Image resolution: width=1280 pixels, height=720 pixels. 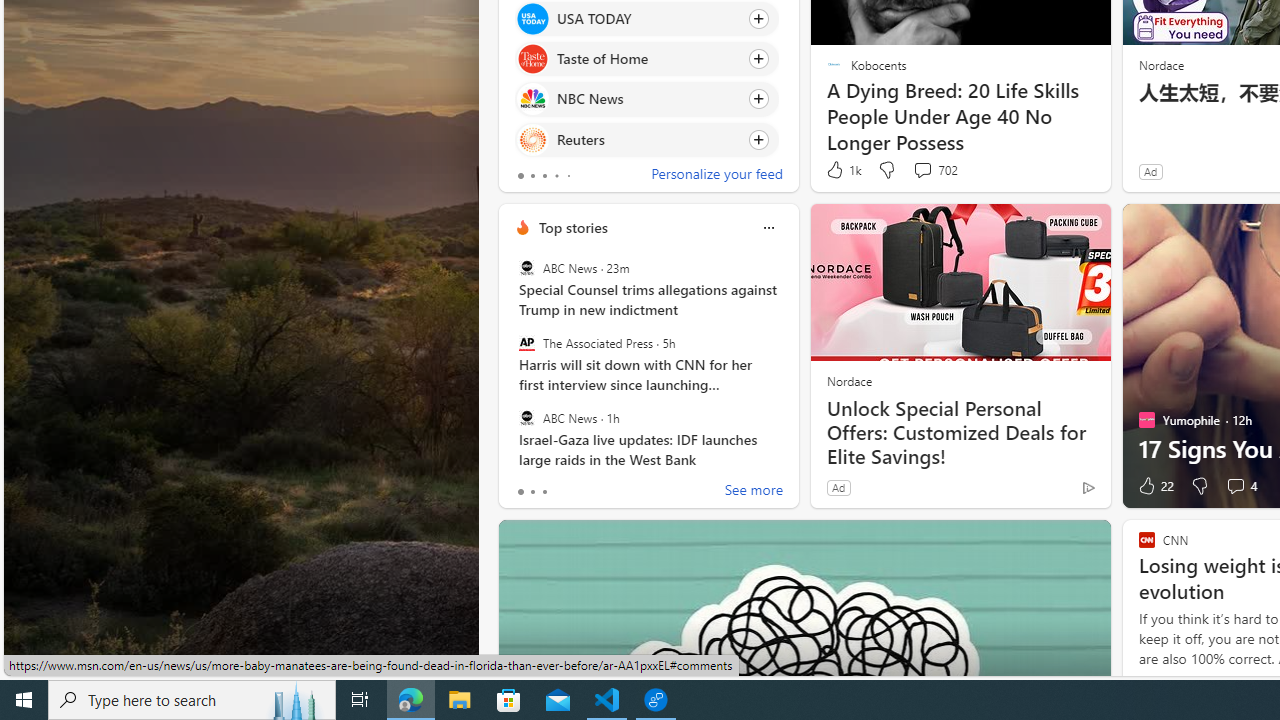 I want to click on 'tab-1', so click(x=532, y=492).